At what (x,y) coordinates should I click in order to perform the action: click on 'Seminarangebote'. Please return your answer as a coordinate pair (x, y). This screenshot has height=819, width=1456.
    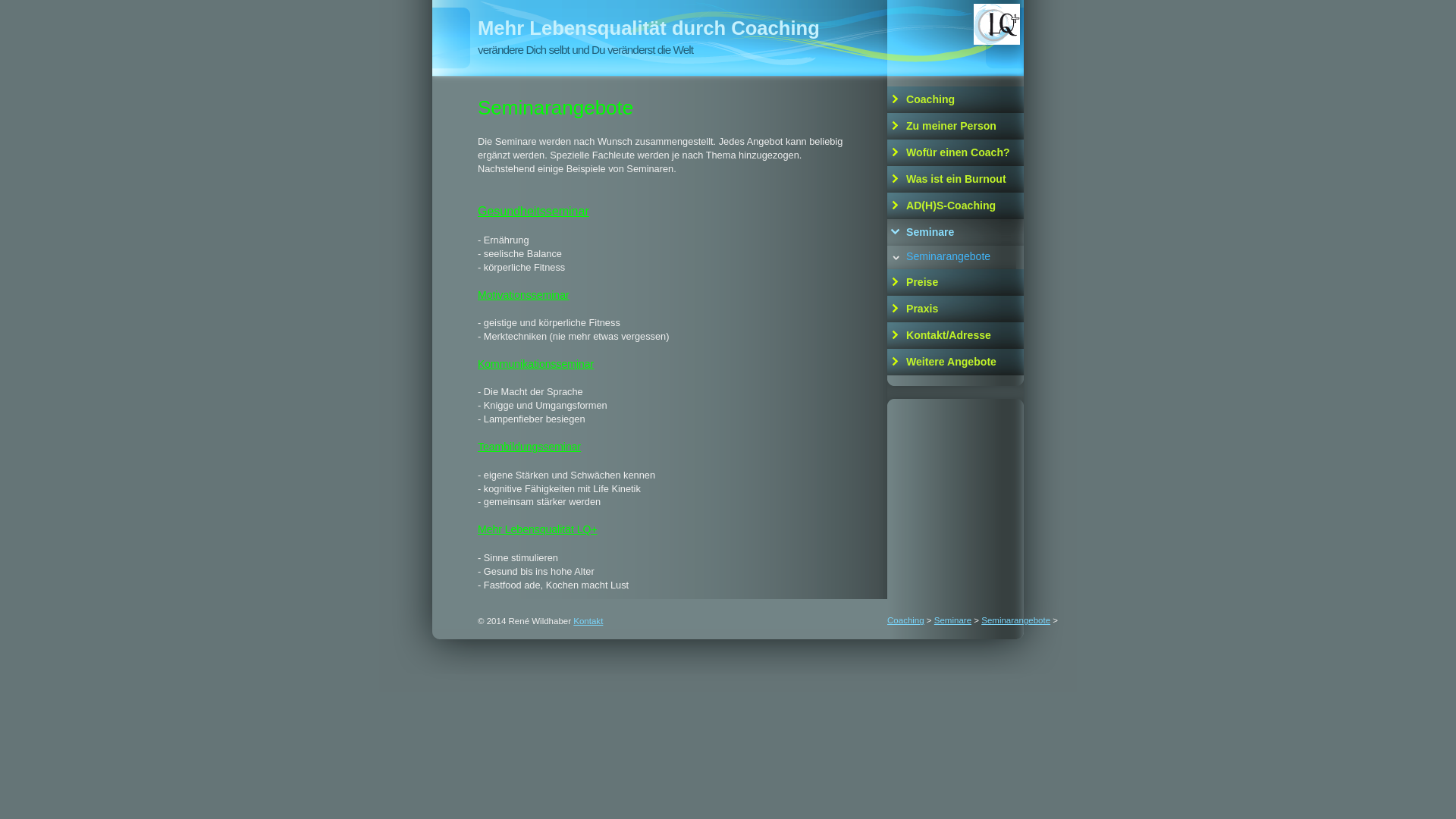
    Looking at the image, I should click on (954, 256).